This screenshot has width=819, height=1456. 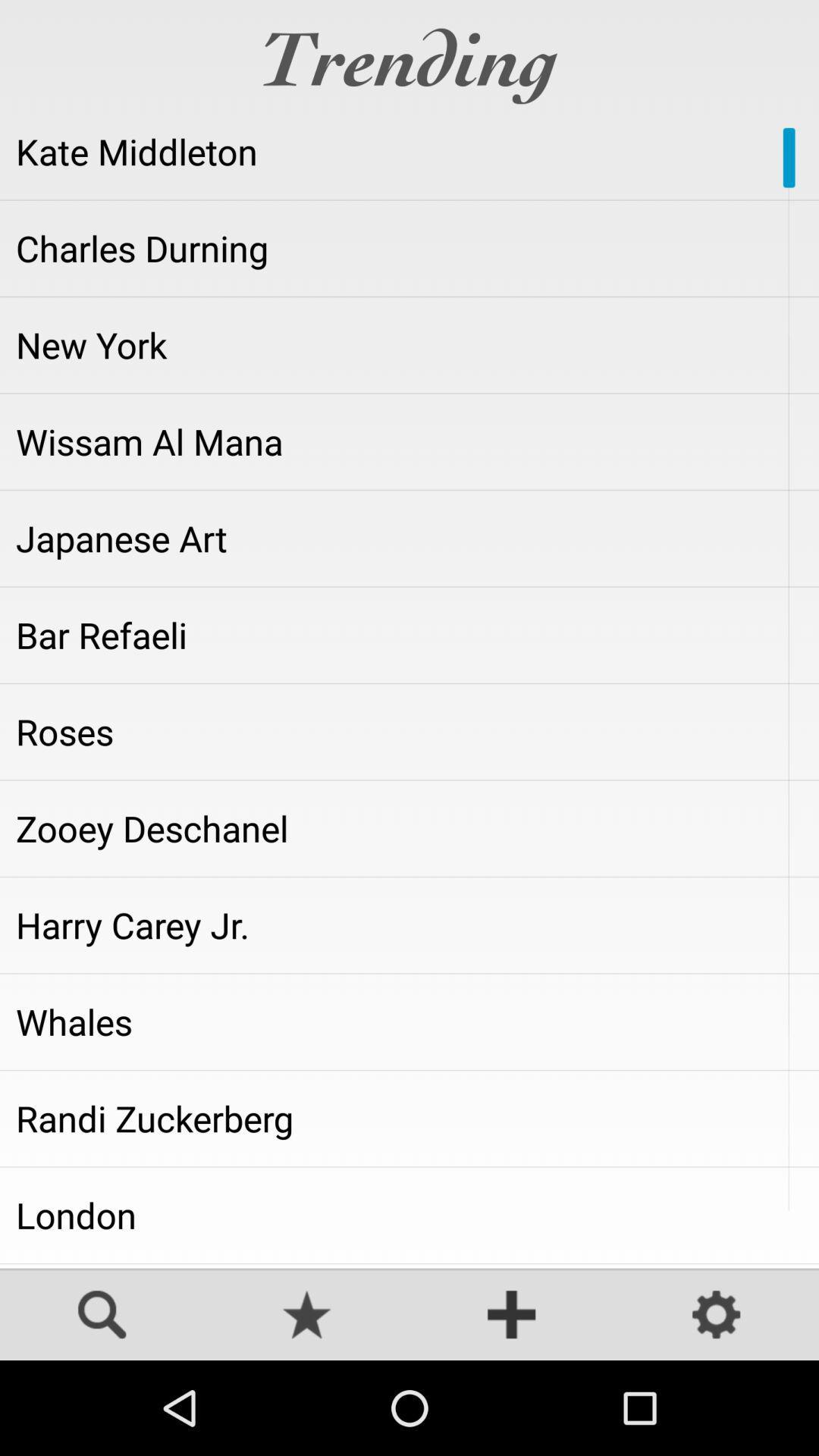 What do you see at coordinates (409, 152) in the screenshot?
I see `the app below the trending item` at bounding box center [409, 152].